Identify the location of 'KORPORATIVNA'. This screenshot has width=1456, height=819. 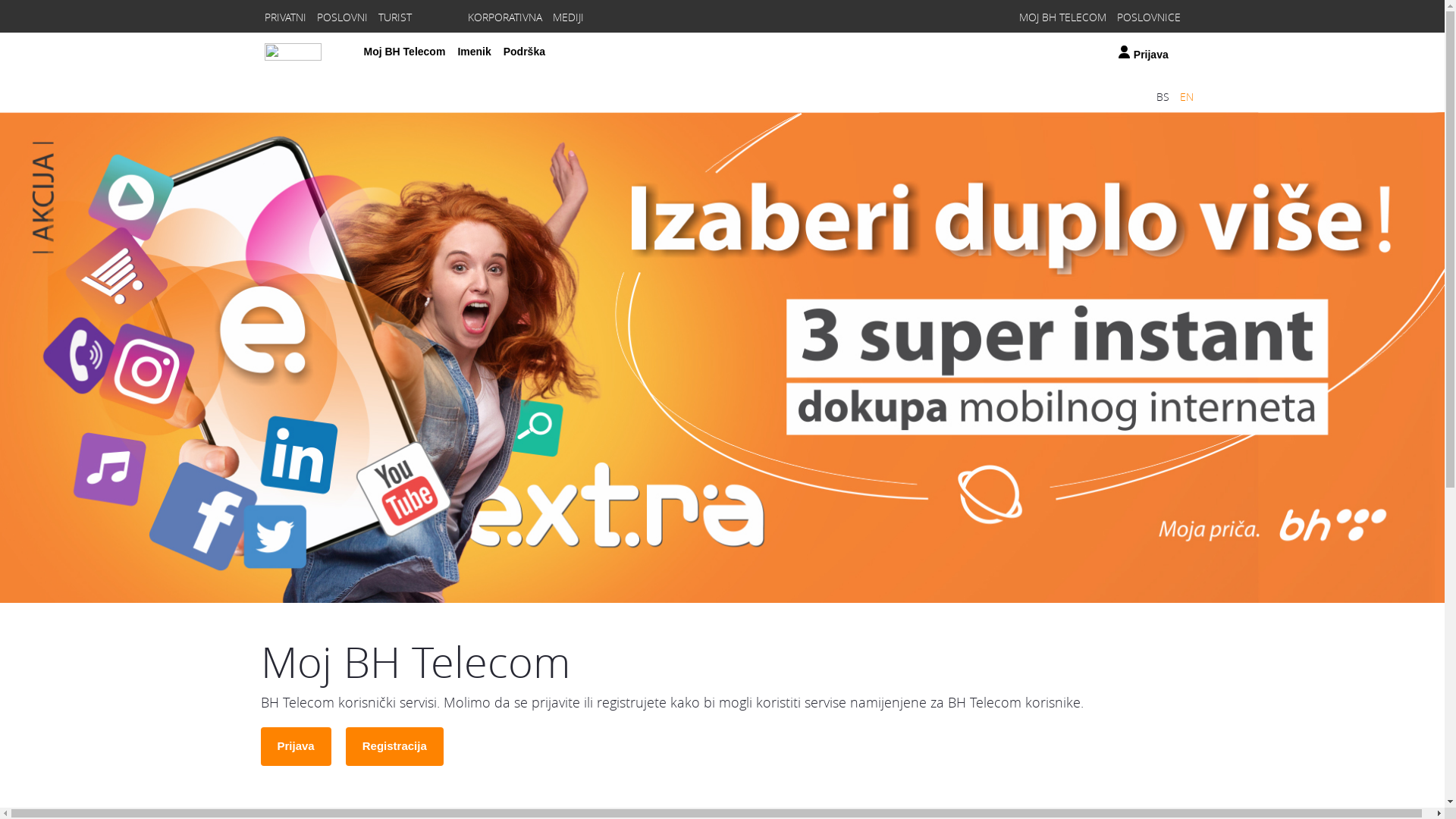
(504, 17).